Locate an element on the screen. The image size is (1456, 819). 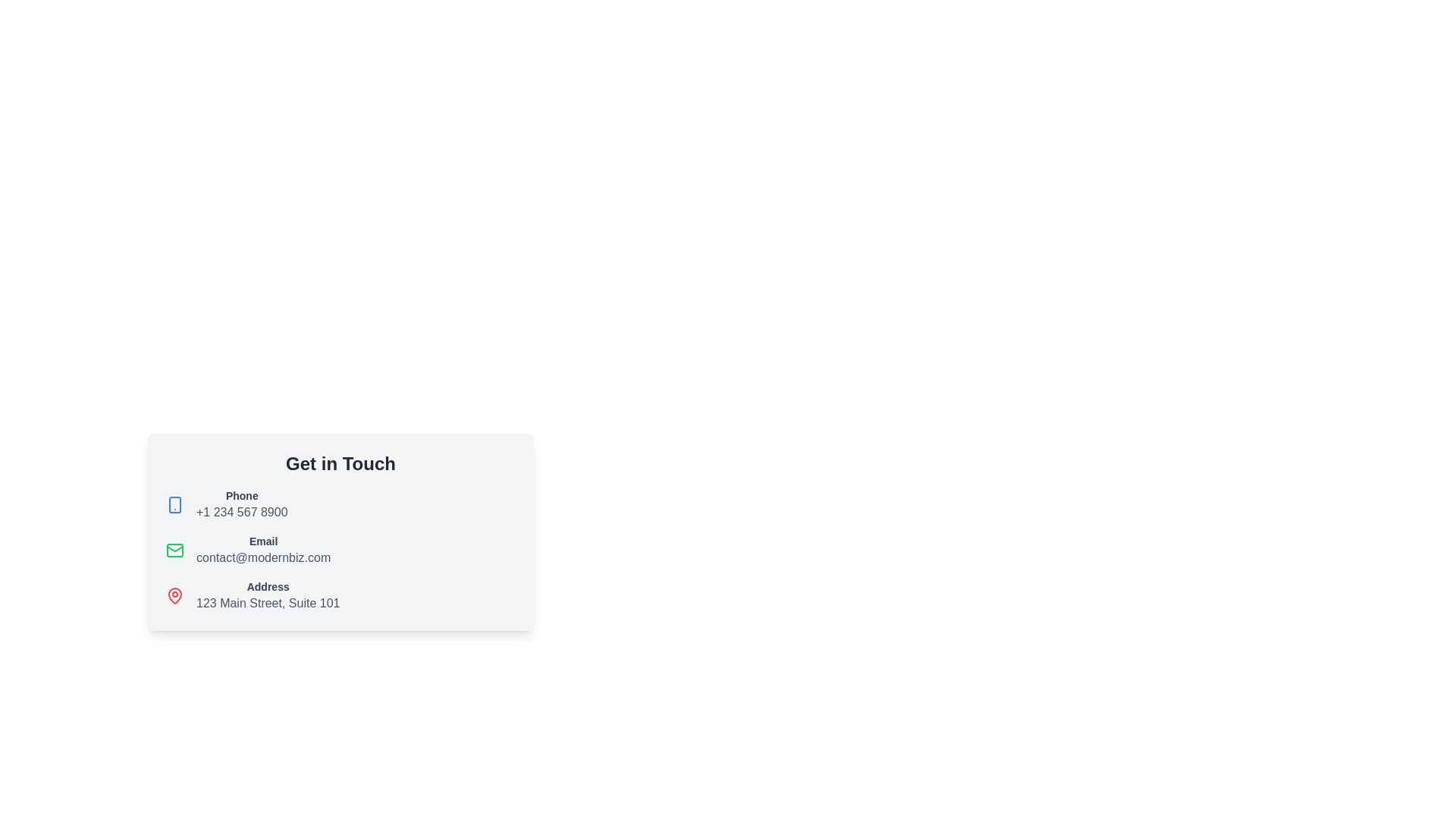
the envelope icon representing email functionality, which is located in the center-right region of the interface, part of the contact information section is located at coordinates (174, 550).